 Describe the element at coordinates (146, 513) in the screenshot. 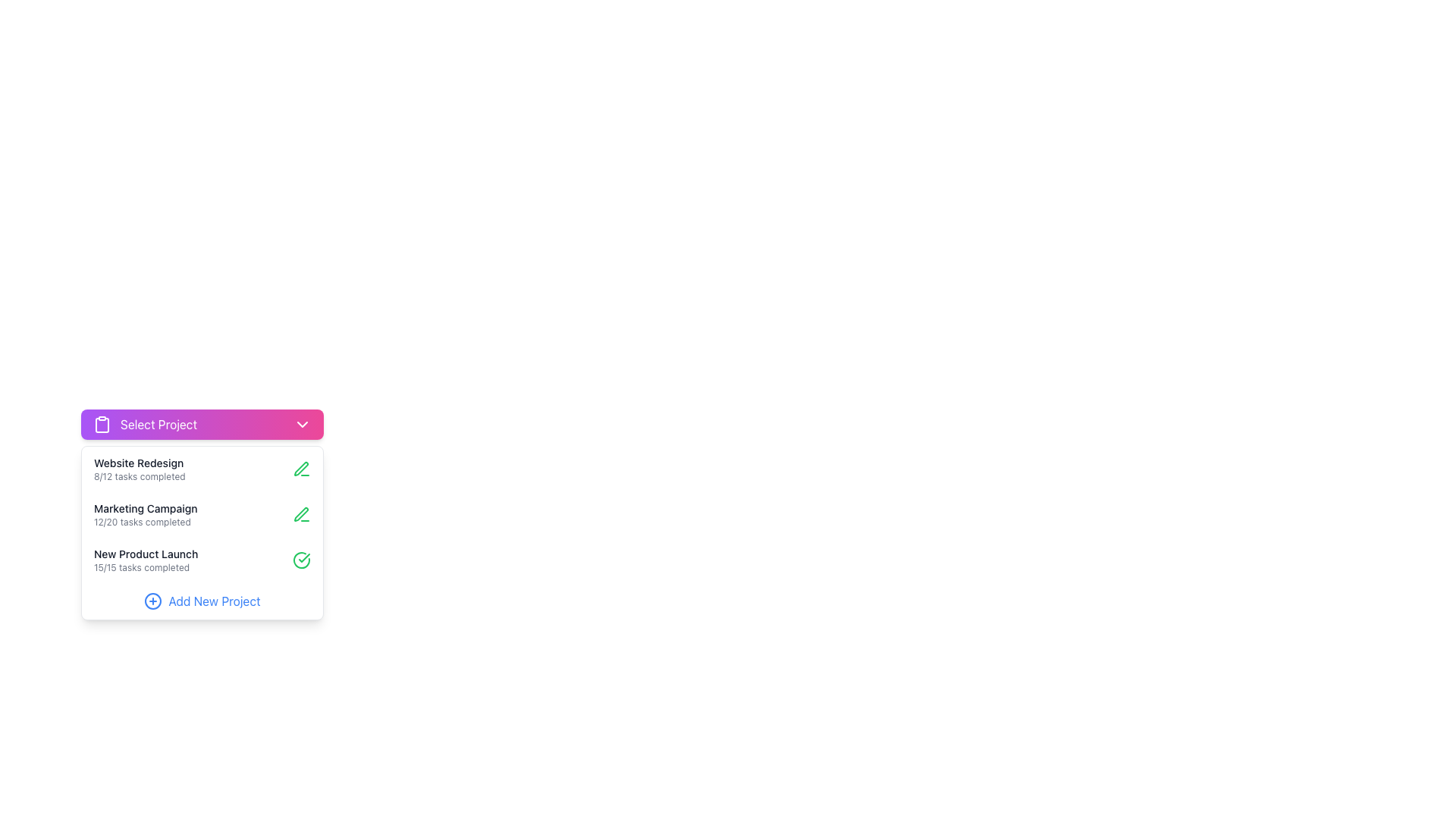

I see `displayed text from the summary display label for the 'Marketing Campaign' project, located below the 'Website Redesign' entry and above the 'New Product Launch' entry in the vertical list` at that location.